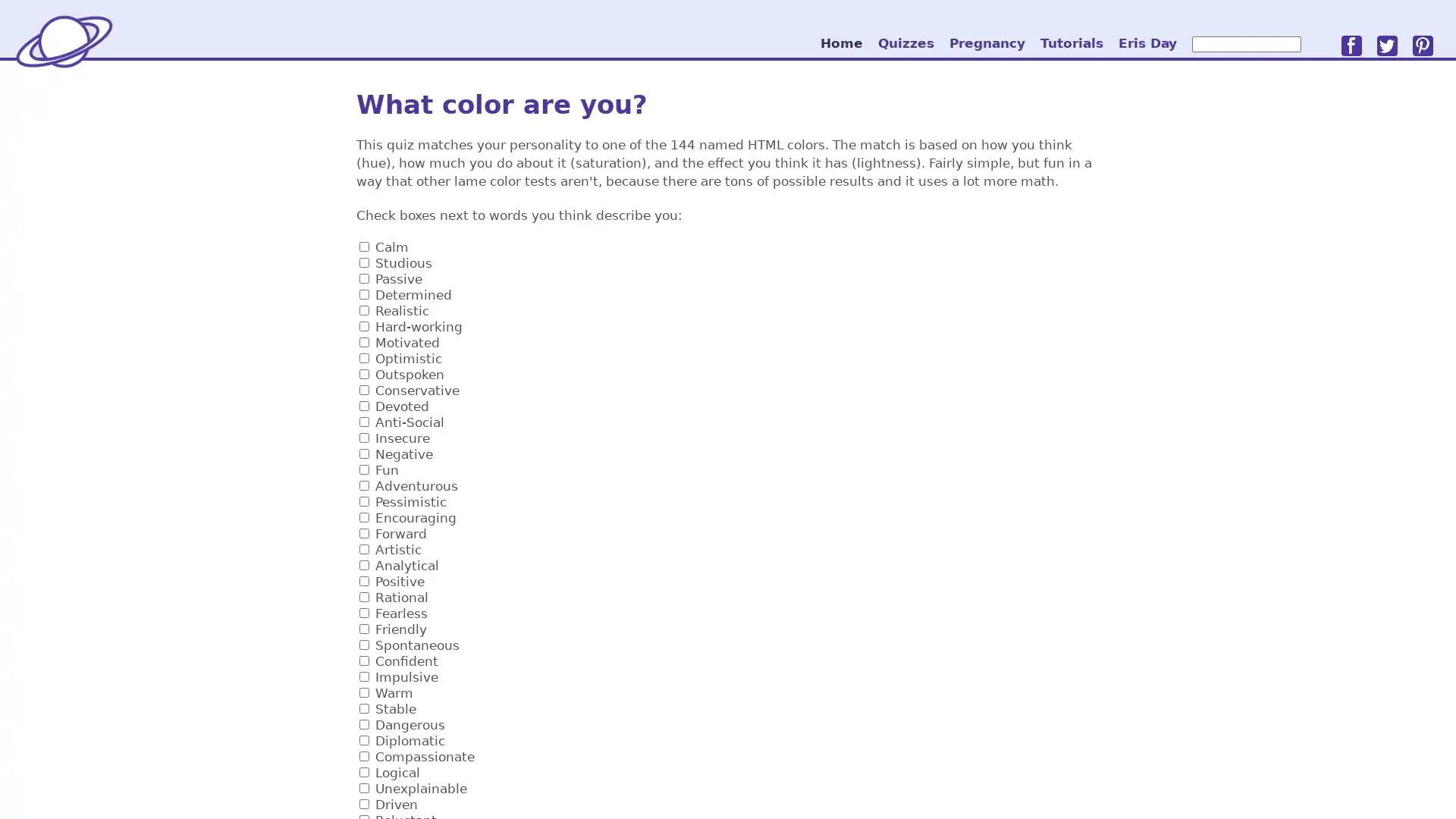 The image size is (1456, 819). What do you see at coordinates (1314, 42) in the screenshot?
I see `go` at bounding box center [1314, 42].